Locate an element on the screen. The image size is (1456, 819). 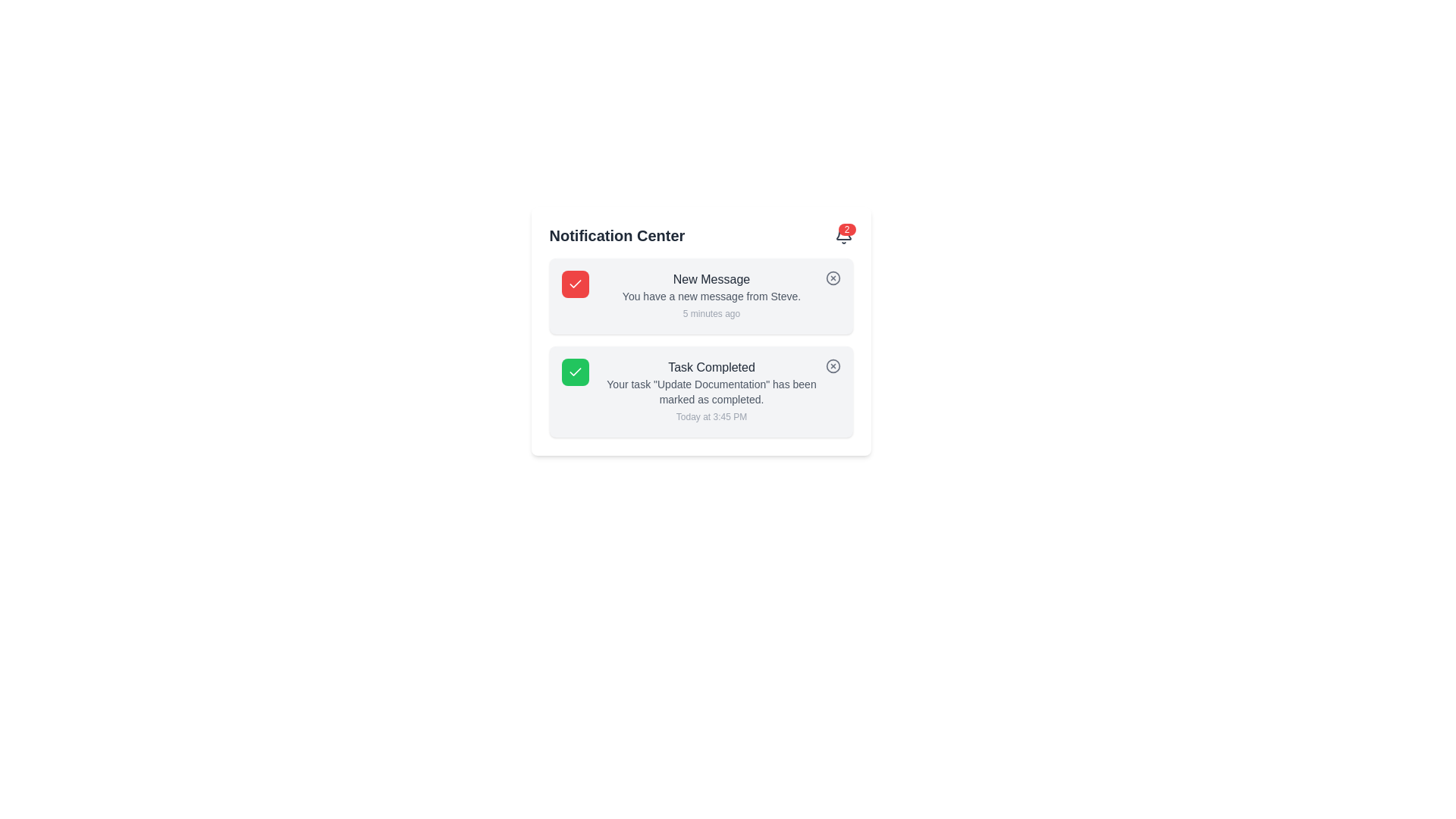
the Notification icon with a badge located at the far right of the header section in the Notification Center to check for new notifications is located at coordinates (843, 236).